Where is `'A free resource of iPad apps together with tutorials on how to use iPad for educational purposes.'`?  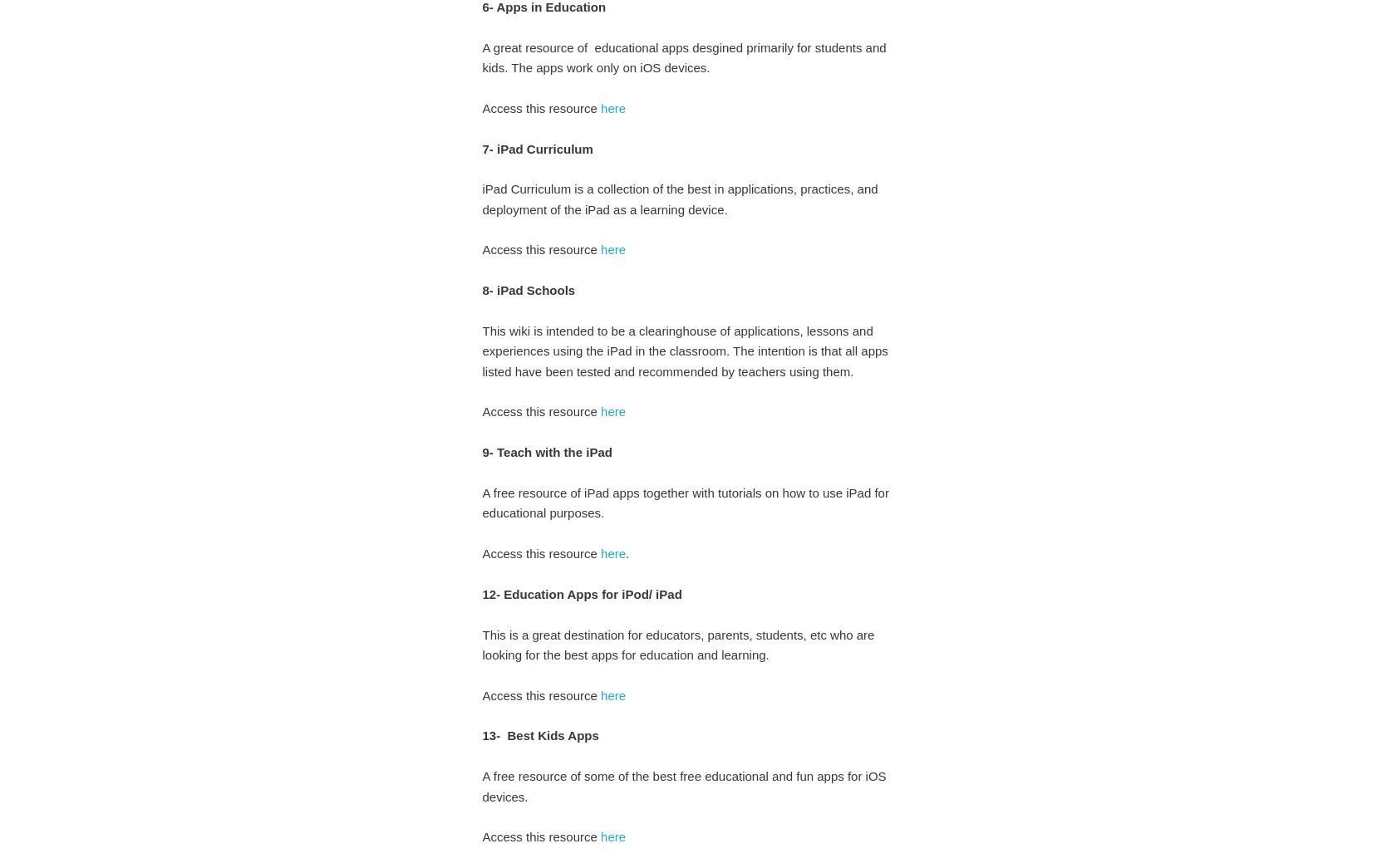
'A free resource of iPad apps together with tutorials on how to use iPad for educational purposes.' is located at coordinates (481, 501).